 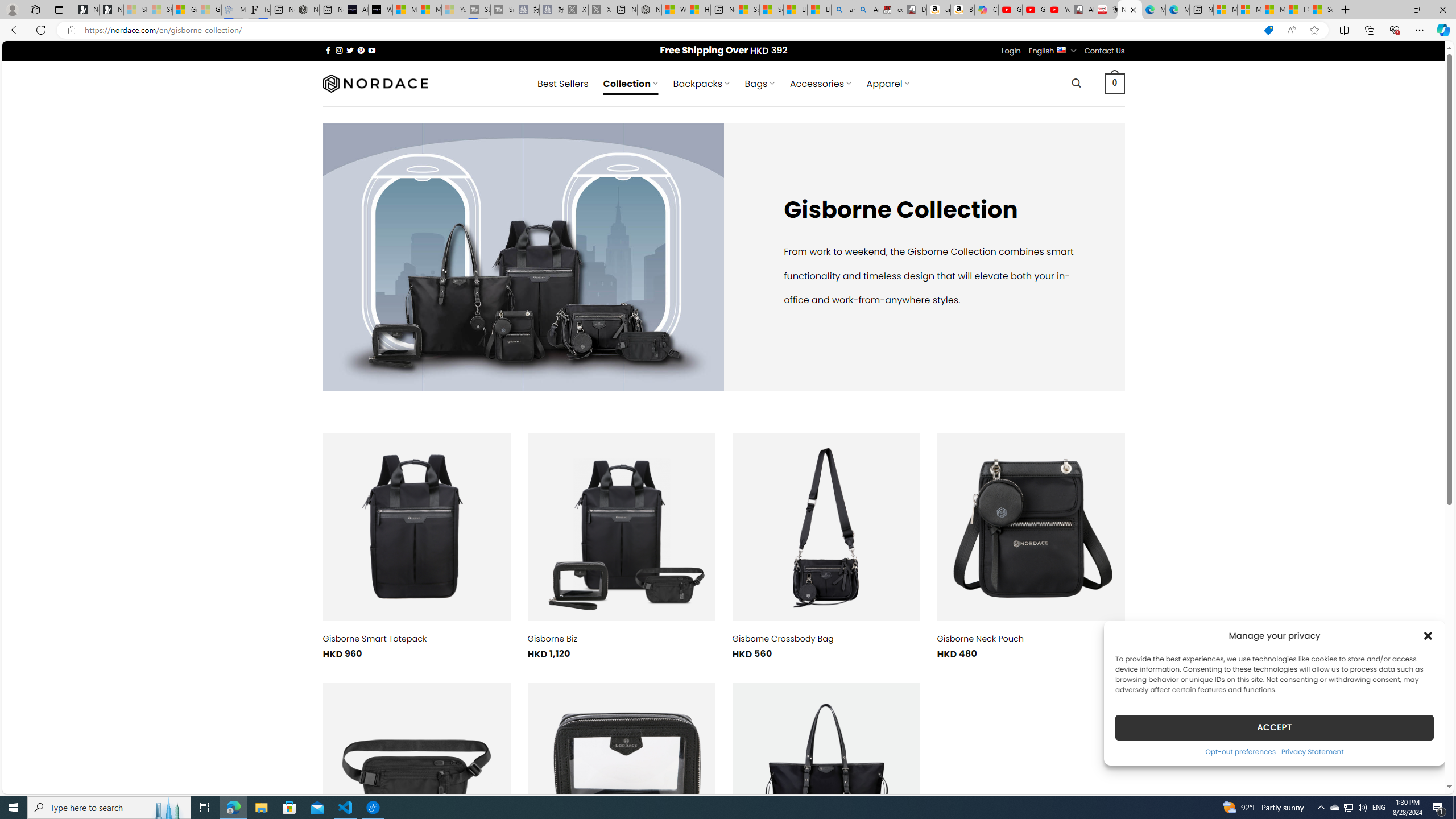 What do you see at coordinates (355, 9) in the screenshot?
I see `'AI Voice Changer for PC and Mac - Voice.ai'` at bounding box center [355, 9].